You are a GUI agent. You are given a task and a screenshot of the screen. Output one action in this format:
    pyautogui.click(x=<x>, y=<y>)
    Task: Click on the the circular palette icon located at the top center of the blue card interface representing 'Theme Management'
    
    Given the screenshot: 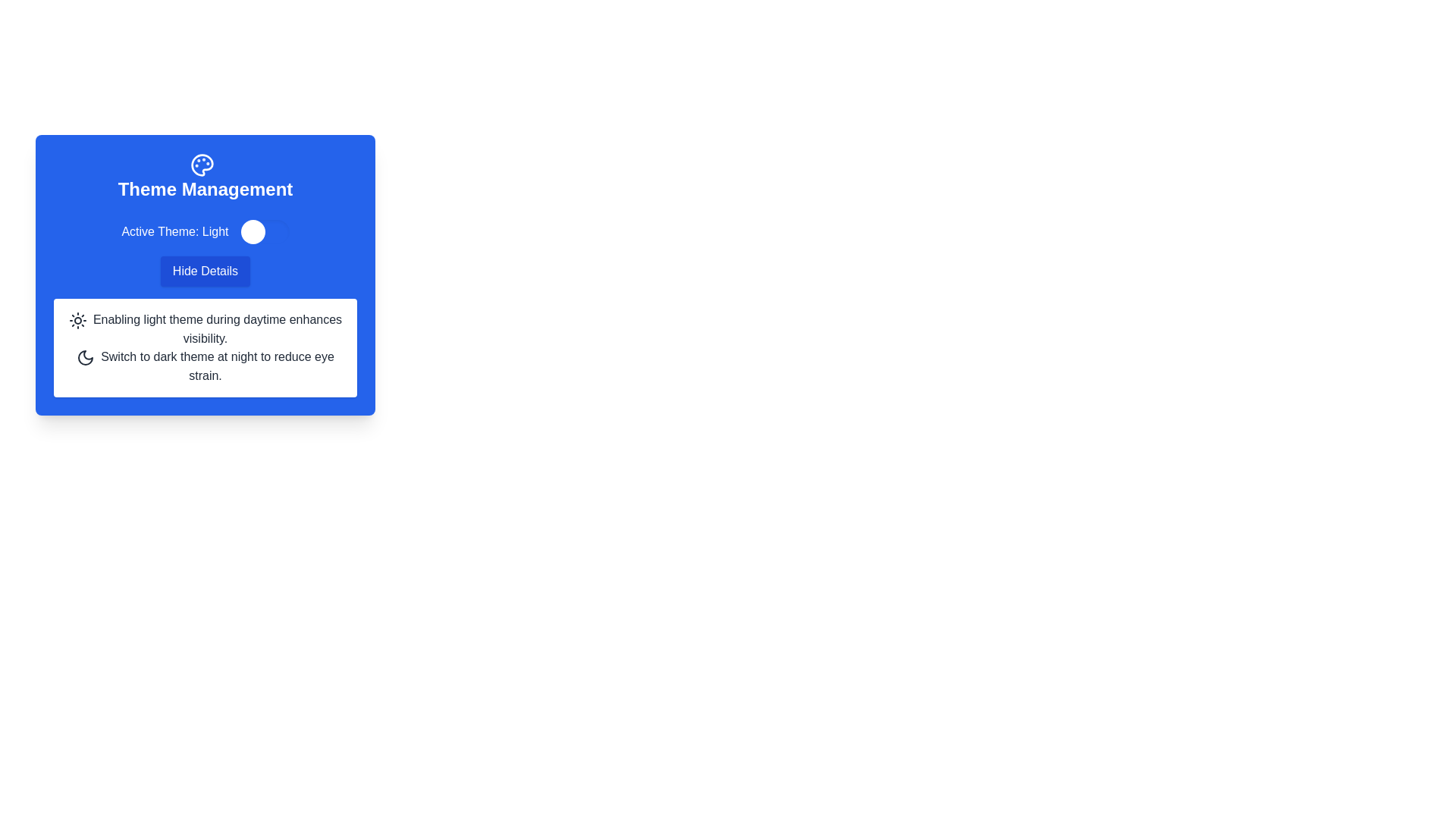 What is the action you would take?
    pyautogui.click(x=202, y=165)
    